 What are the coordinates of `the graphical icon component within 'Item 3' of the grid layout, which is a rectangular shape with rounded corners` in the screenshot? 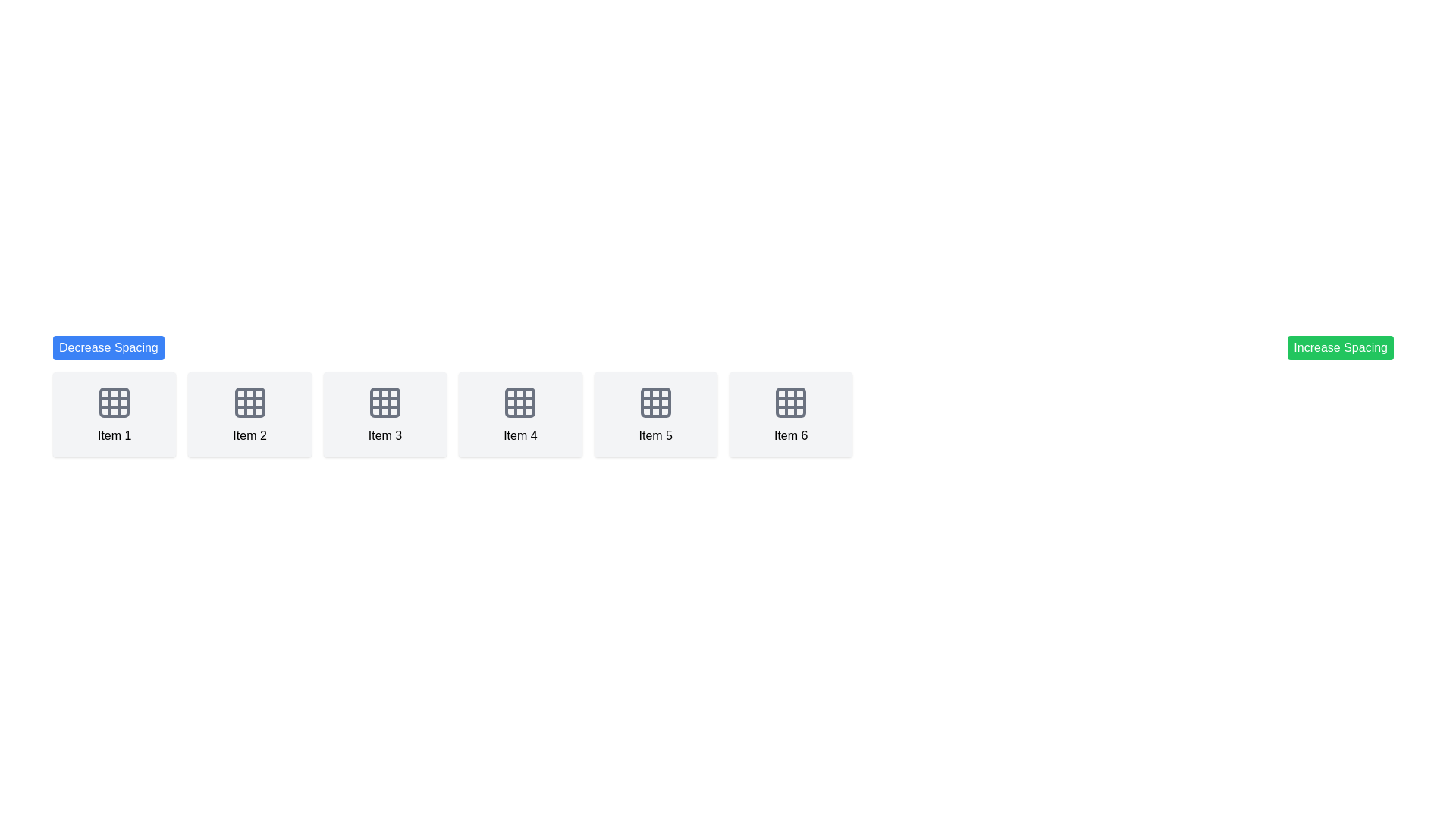 It's located at (385, 402).